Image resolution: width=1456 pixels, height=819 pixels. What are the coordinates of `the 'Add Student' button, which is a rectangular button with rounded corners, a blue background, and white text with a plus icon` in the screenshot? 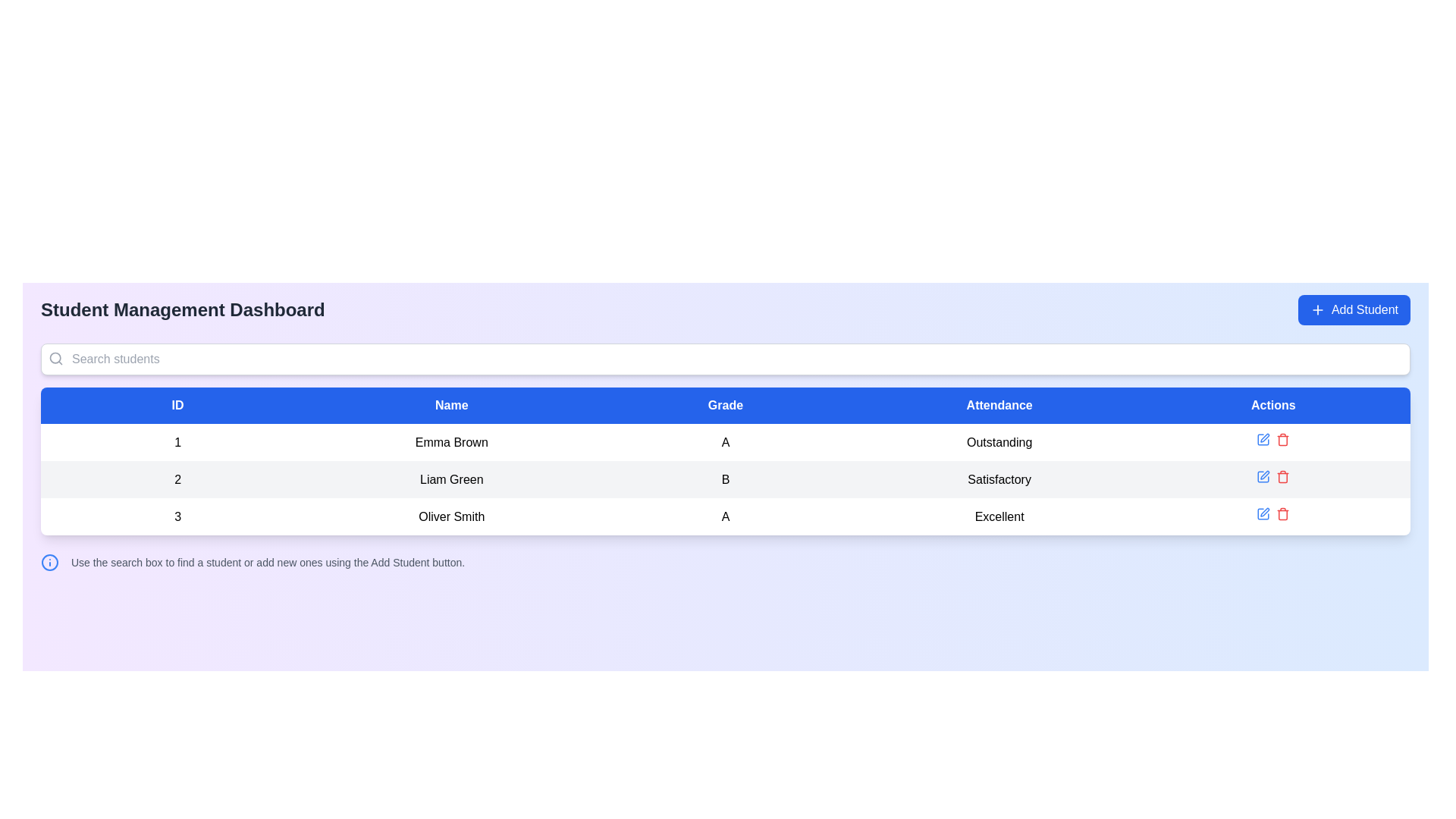 It's located at (1354, 309).